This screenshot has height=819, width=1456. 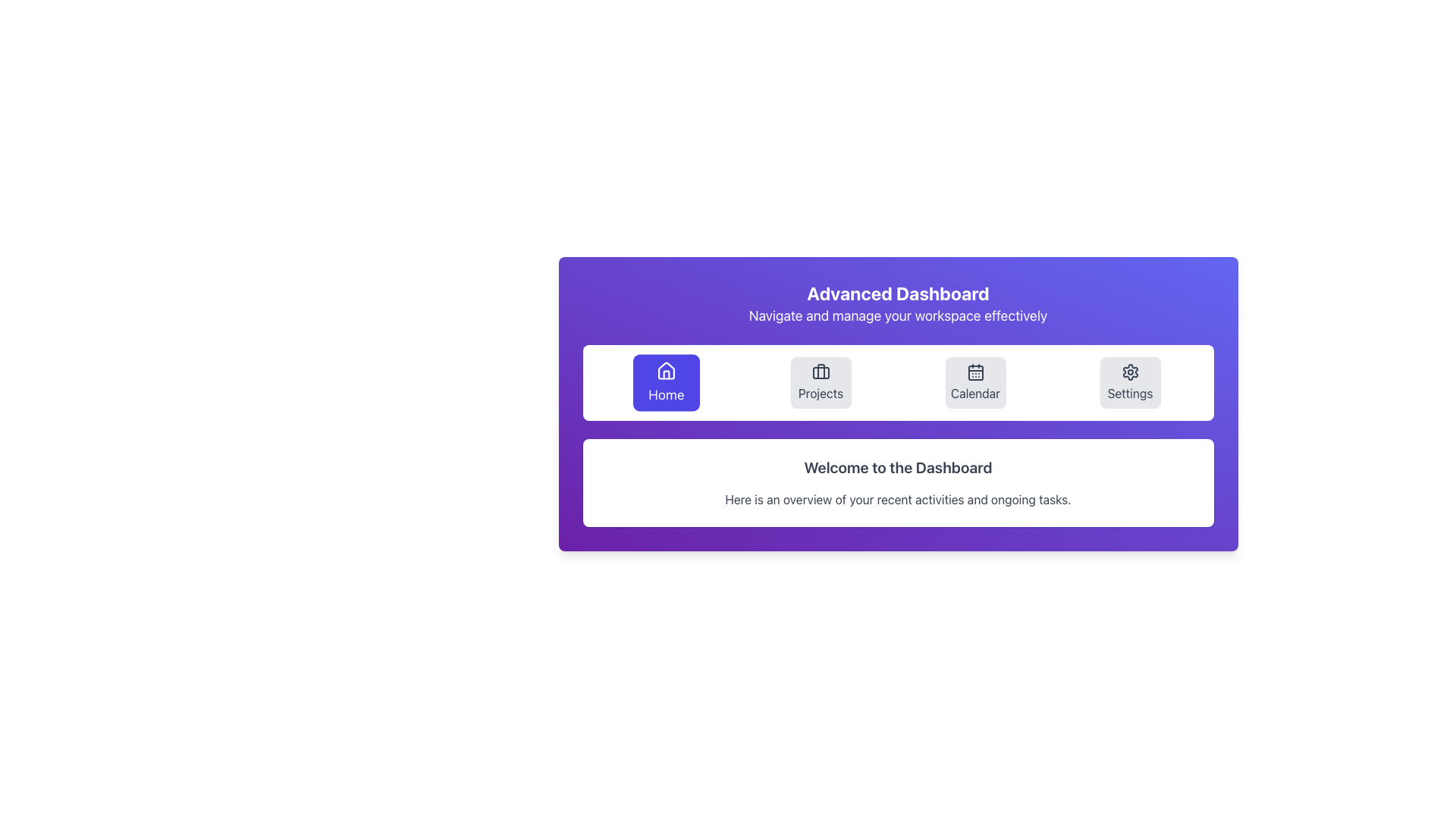 I want to click on the descriptive text label located below the 'Advanced Dashboard' title in the header area, so click(x=898, y=315).